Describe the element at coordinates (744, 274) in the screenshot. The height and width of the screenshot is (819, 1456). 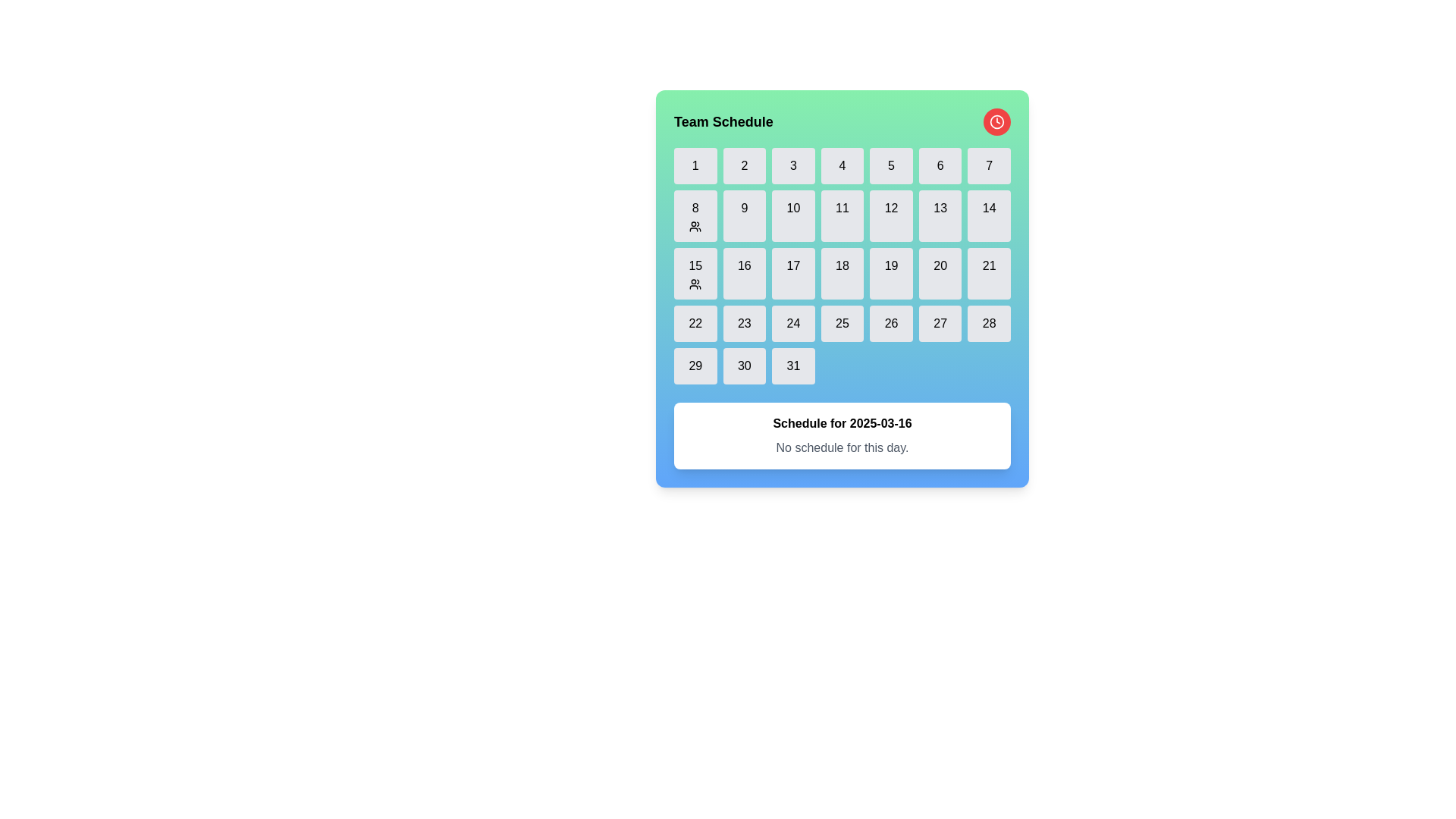
I see `the selectable day button in the fourth row and second column of the calendar interface` at that location.